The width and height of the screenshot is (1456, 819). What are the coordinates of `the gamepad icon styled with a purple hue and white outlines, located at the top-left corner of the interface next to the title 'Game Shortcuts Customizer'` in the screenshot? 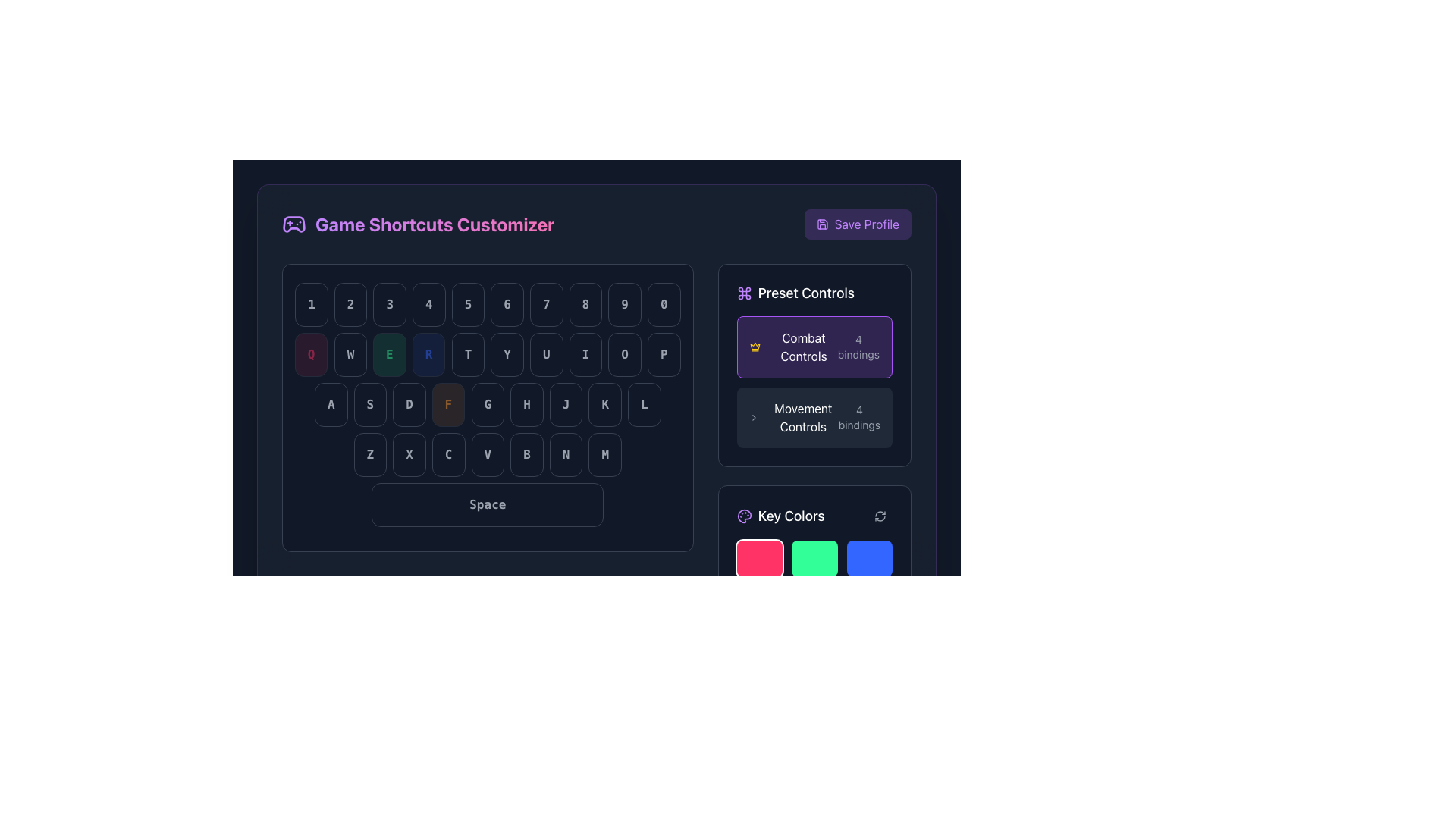 It's located at (294, 224).